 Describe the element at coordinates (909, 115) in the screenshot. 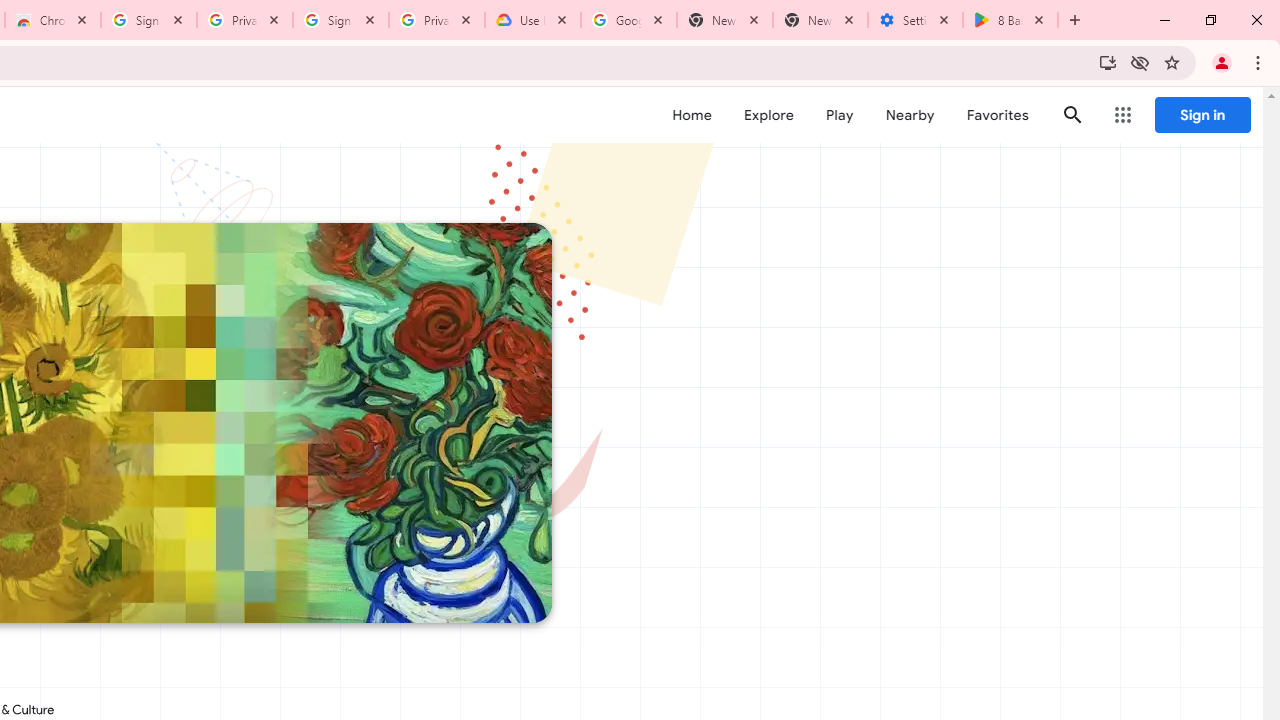

I see `'Nearby'` at that location.